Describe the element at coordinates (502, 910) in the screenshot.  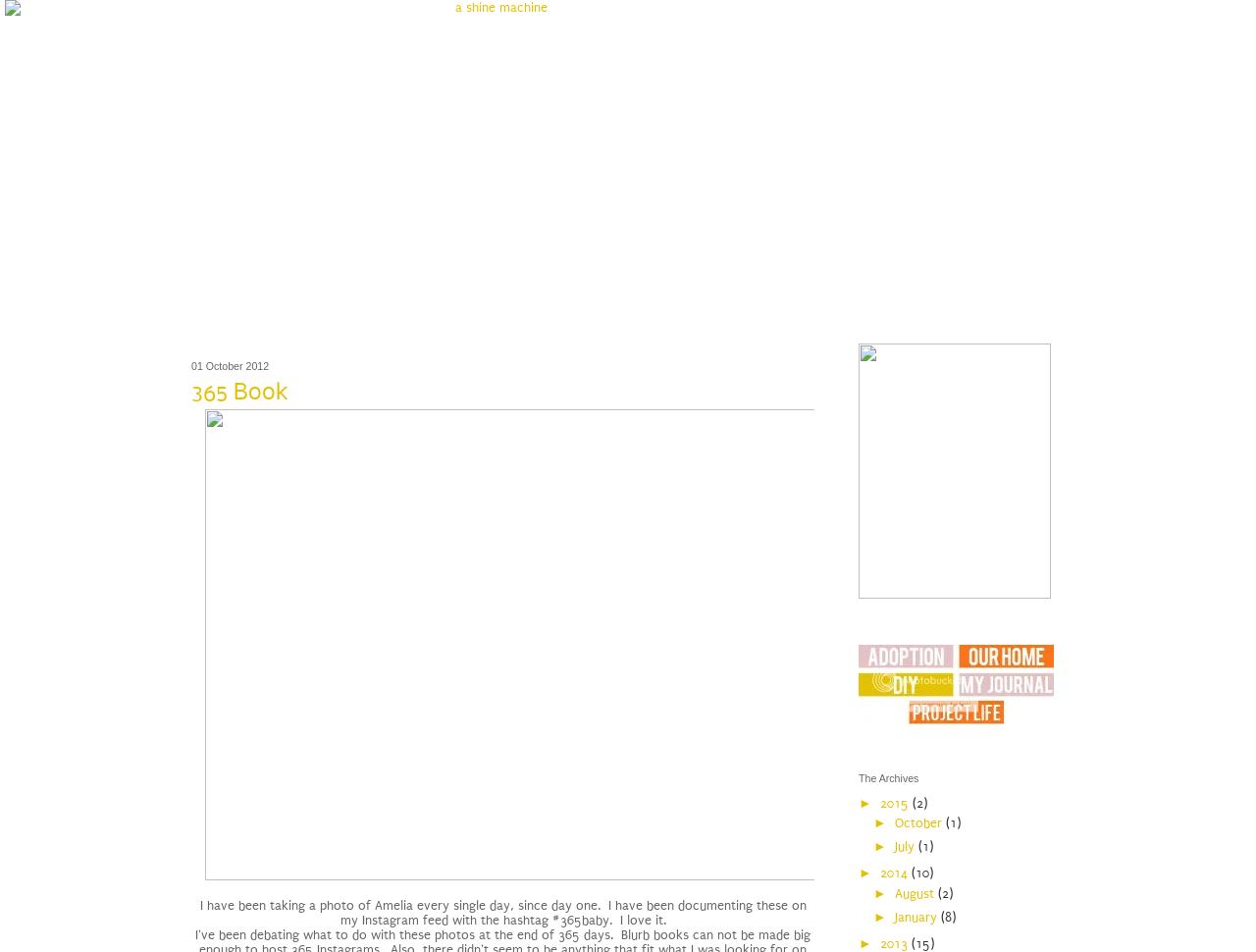
I see `'I have been taking a photo of Amelia every single day, since day one.  I have been documenting these on my Instagram feed with the hashtag #365baby.  I love it.'` at that location.